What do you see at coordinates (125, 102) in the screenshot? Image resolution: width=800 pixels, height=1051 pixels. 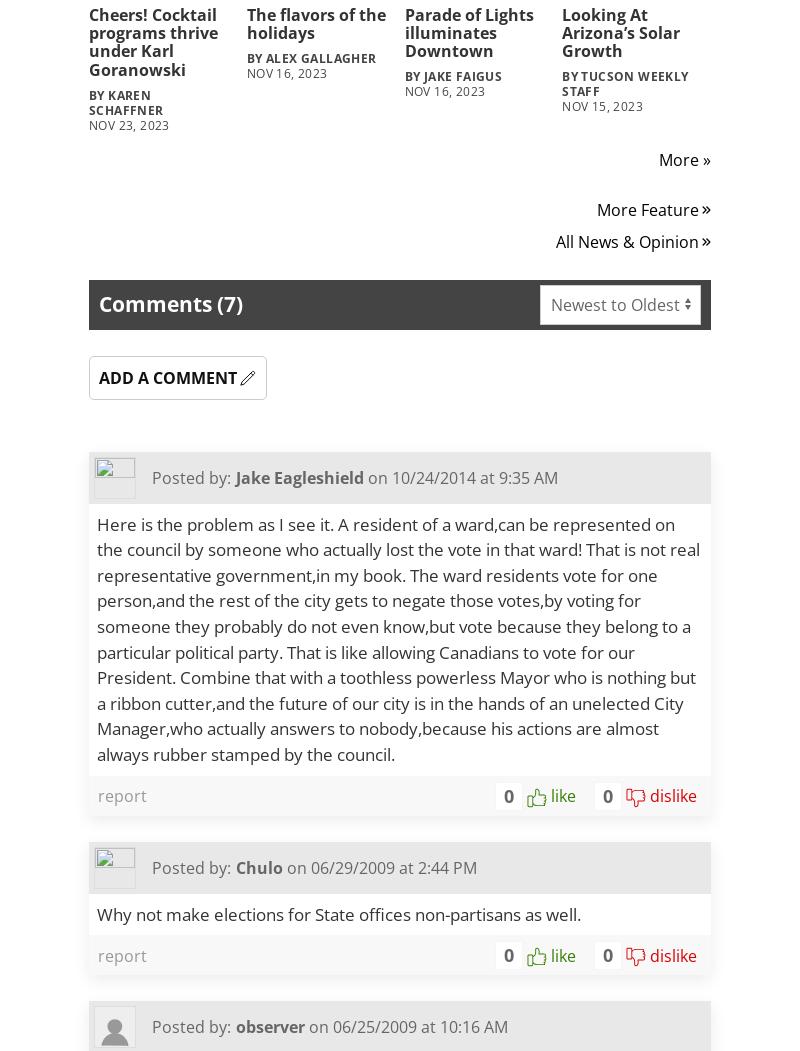 I see `'By Karen Schaffner'` at bounding box center [125, 102].